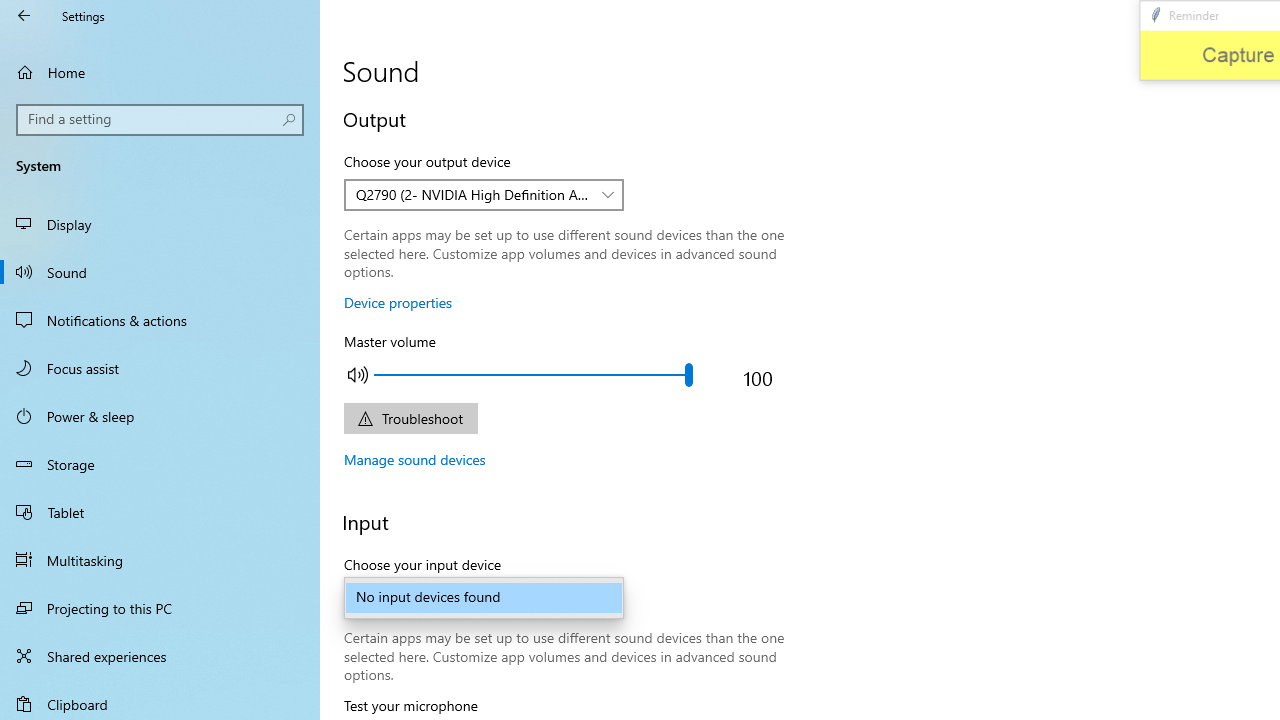  Describe the element at coordinates (409, 417) in the screenshot. I see `'Output device troubleshoot'` at that location.